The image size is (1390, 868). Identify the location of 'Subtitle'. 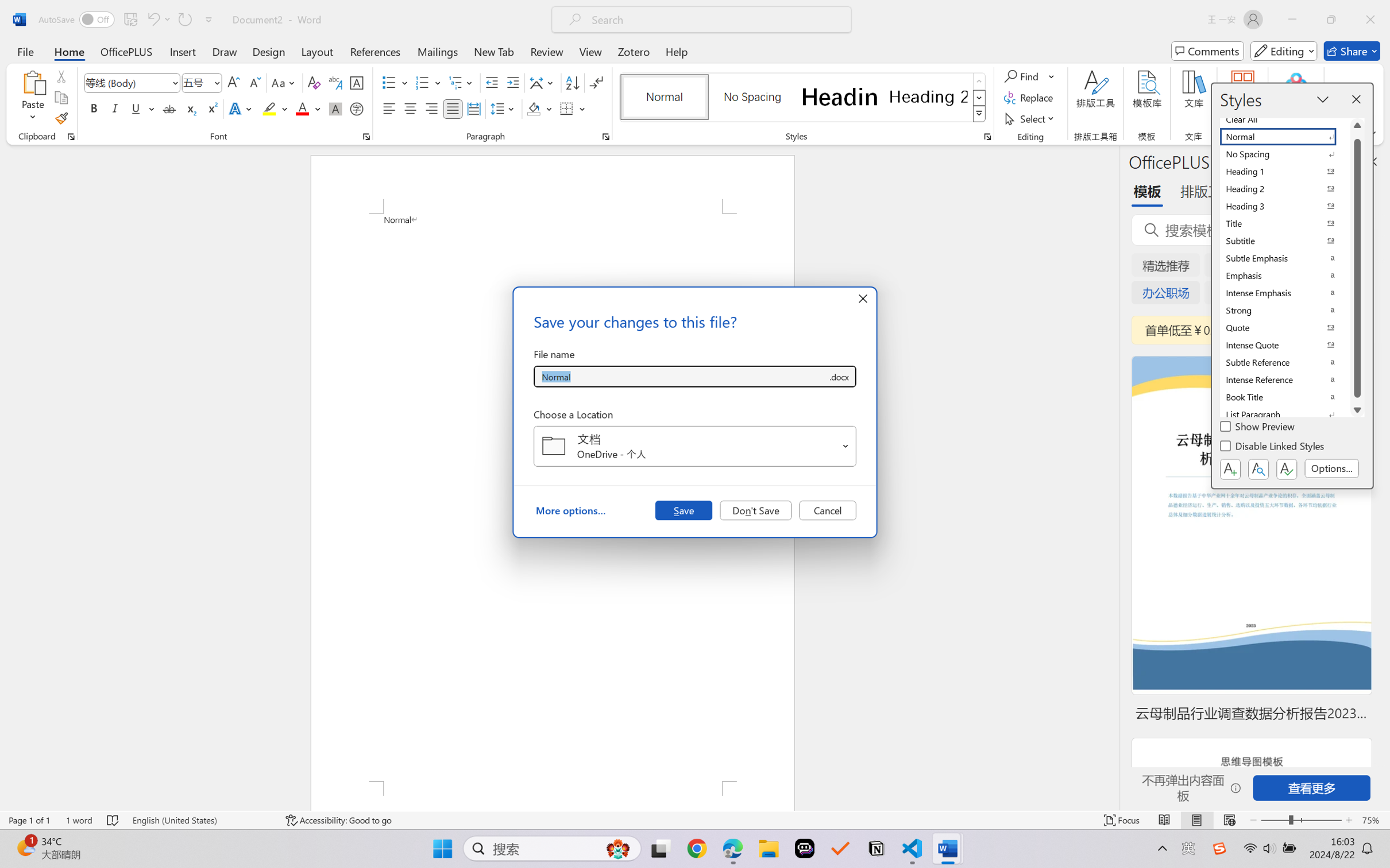
(1285, 241).